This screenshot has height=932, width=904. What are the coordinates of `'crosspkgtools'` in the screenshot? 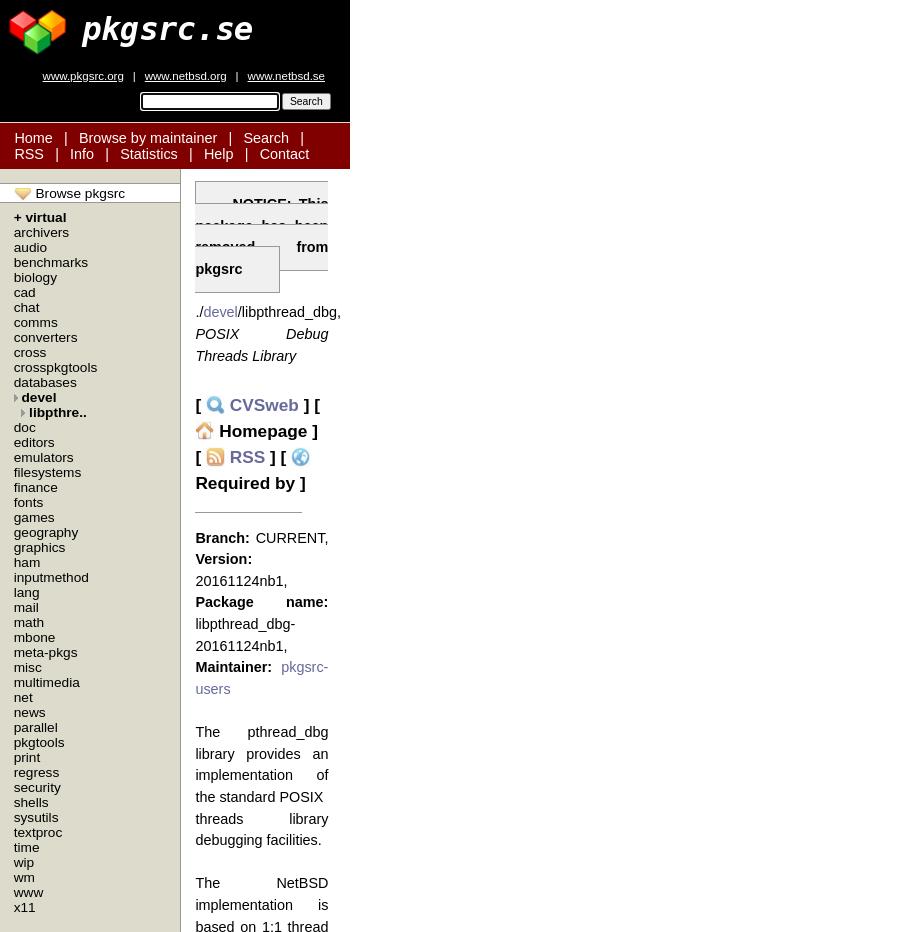 It's located at (53, 366).